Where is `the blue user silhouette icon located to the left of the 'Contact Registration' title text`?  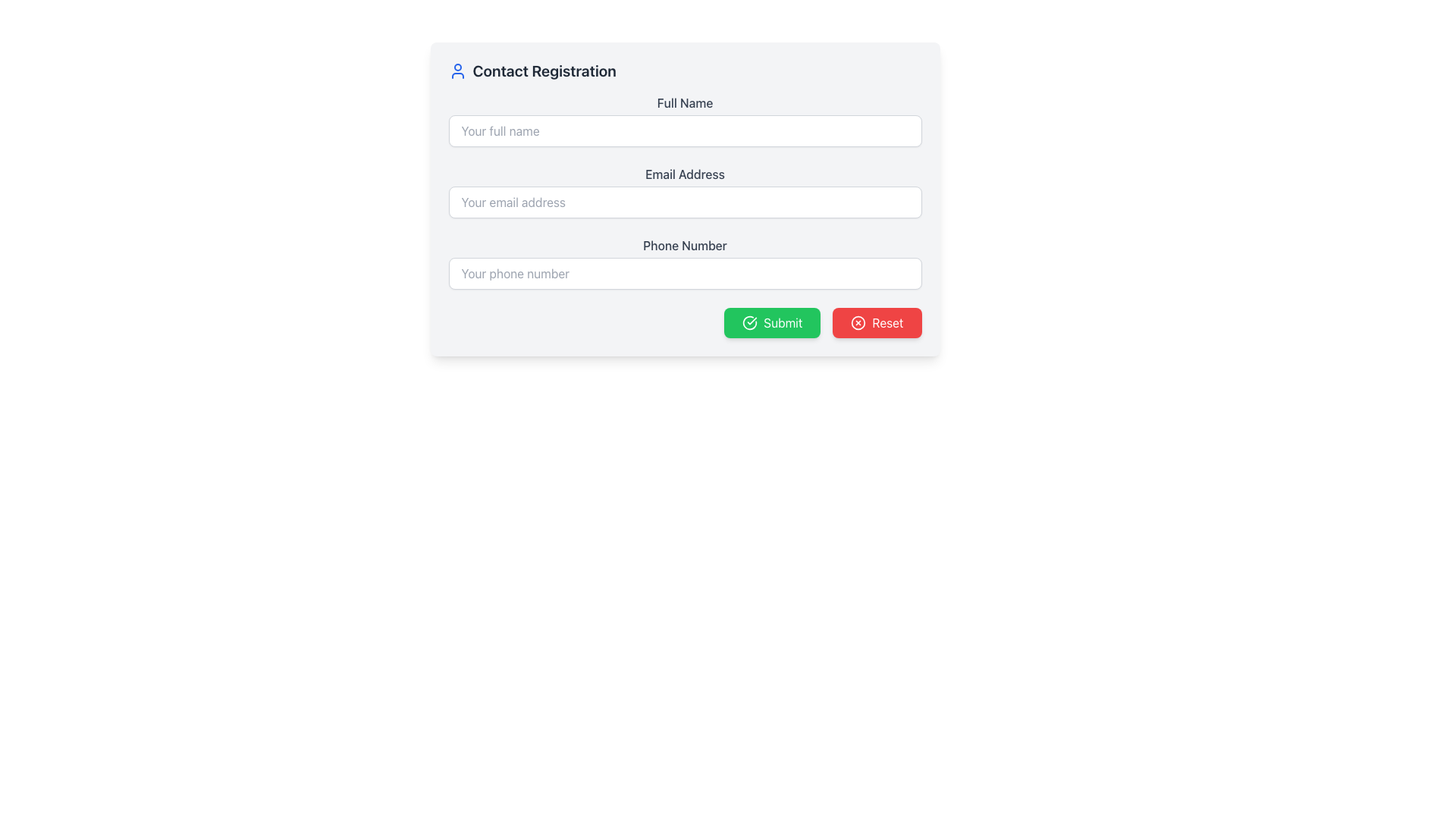 the blue user silhouette icon located to the left of the 'Contact Registration' title text is located at coordinates (457, 71).